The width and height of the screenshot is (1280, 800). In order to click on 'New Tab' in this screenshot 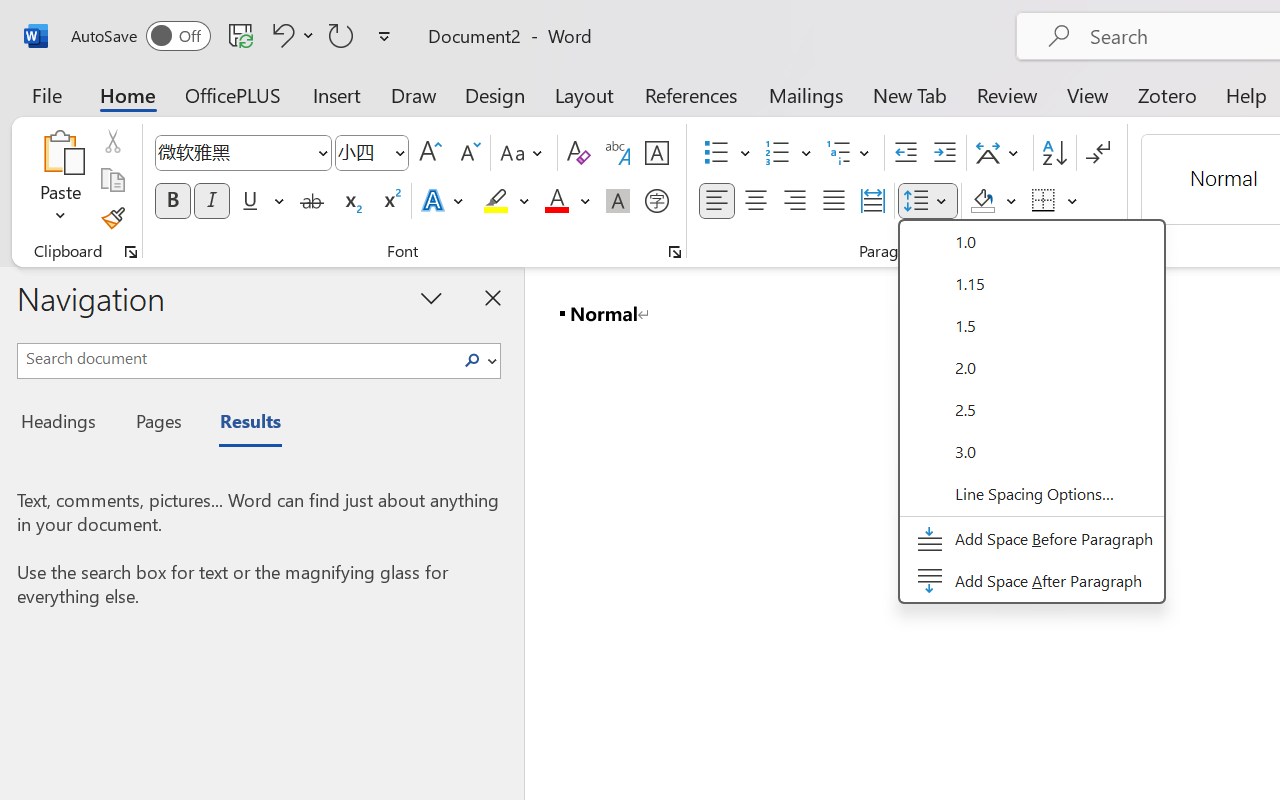, I will do `click(909, 94)`.